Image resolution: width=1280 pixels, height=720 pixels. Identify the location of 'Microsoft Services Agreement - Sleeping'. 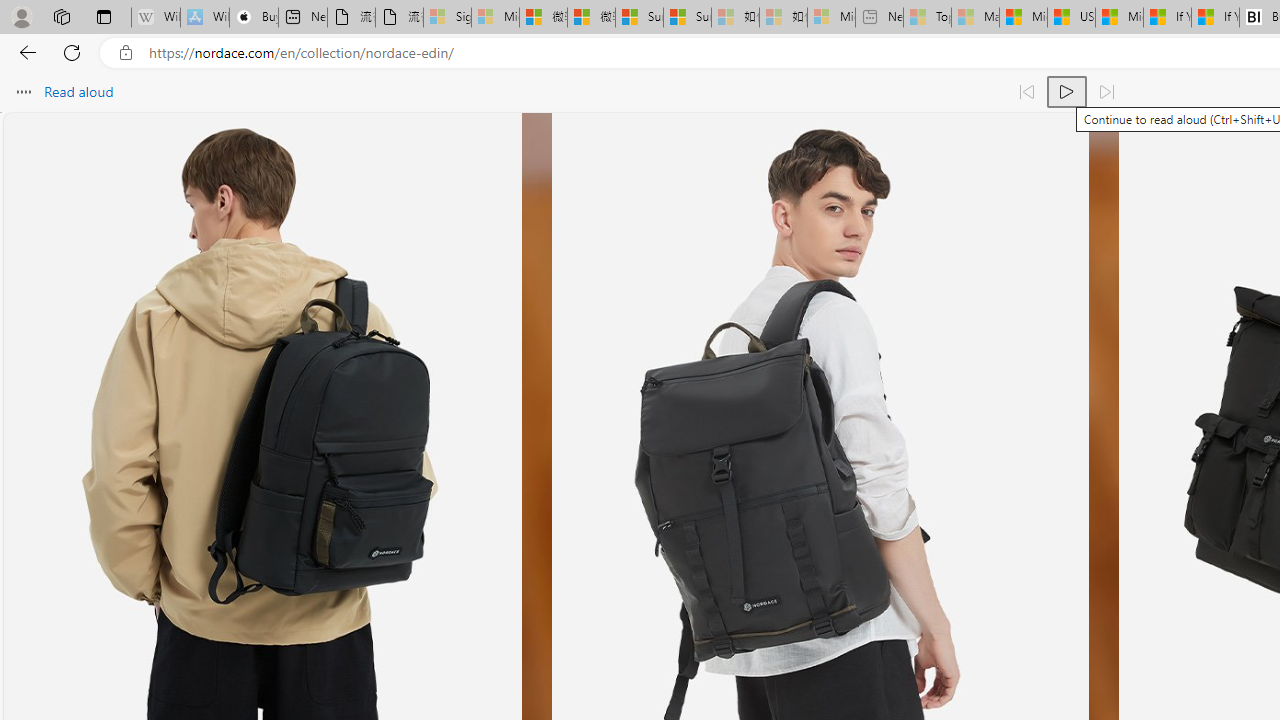
(495, 17).